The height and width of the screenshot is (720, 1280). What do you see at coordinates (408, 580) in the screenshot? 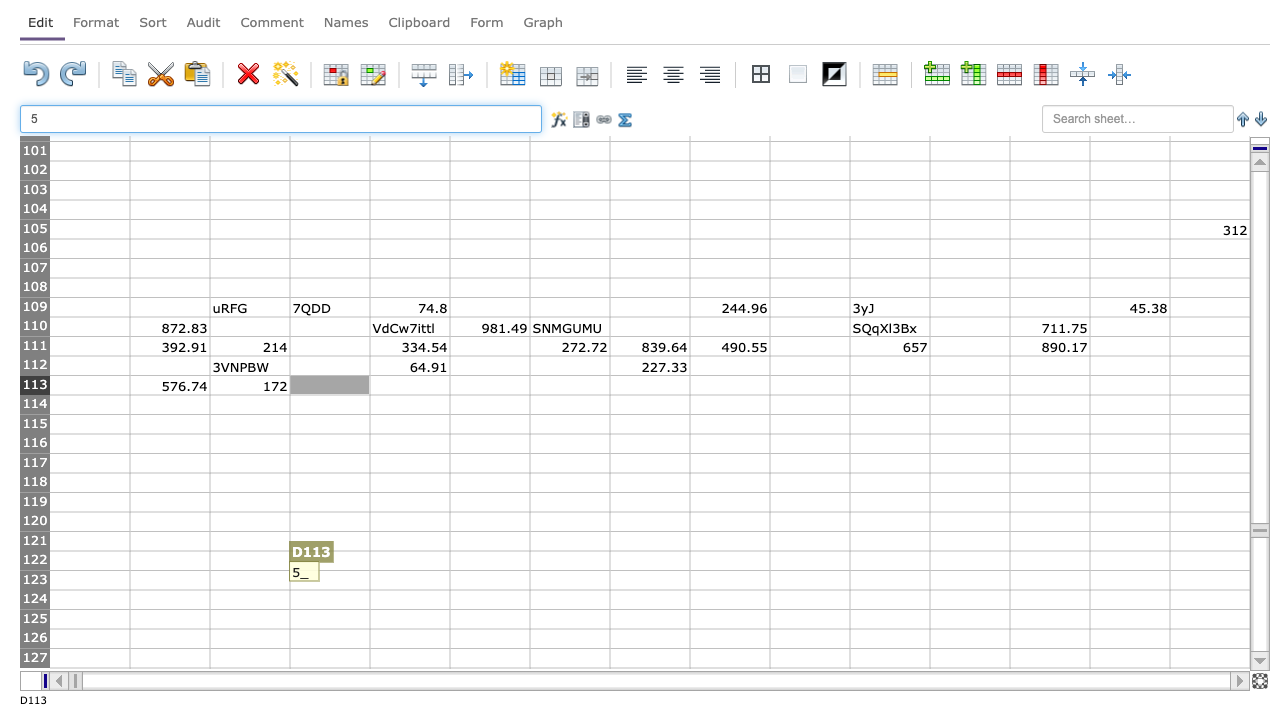
I see `column E row 123` at bounding box center [408, 580].